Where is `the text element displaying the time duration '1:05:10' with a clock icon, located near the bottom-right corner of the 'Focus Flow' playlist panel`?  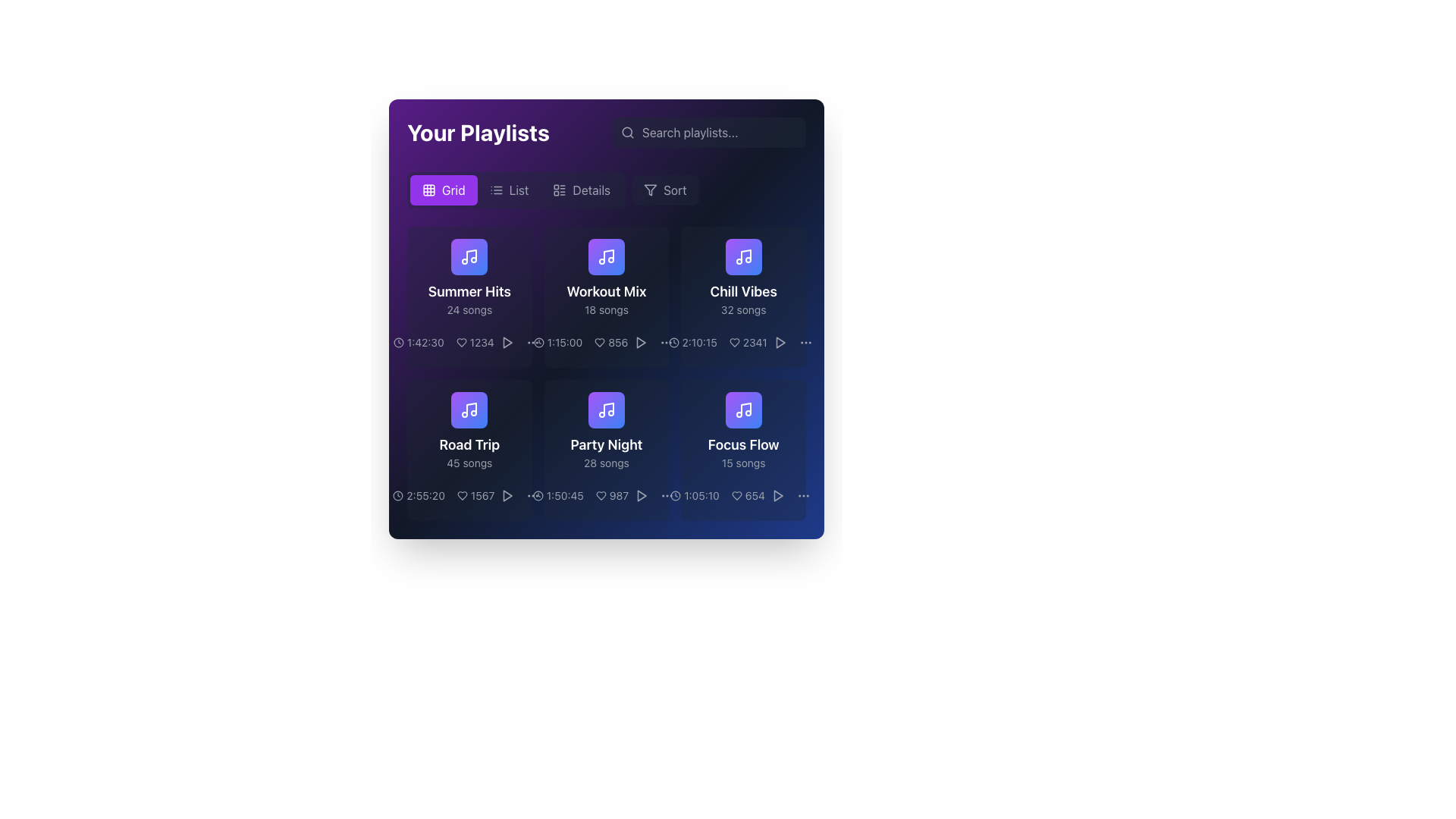
the text element displaying the time duration '1:05:10' with a clock icon, located near the bottom-right corner of the 'Focus Flow' playlist panel is located at coordinates (694, 496).